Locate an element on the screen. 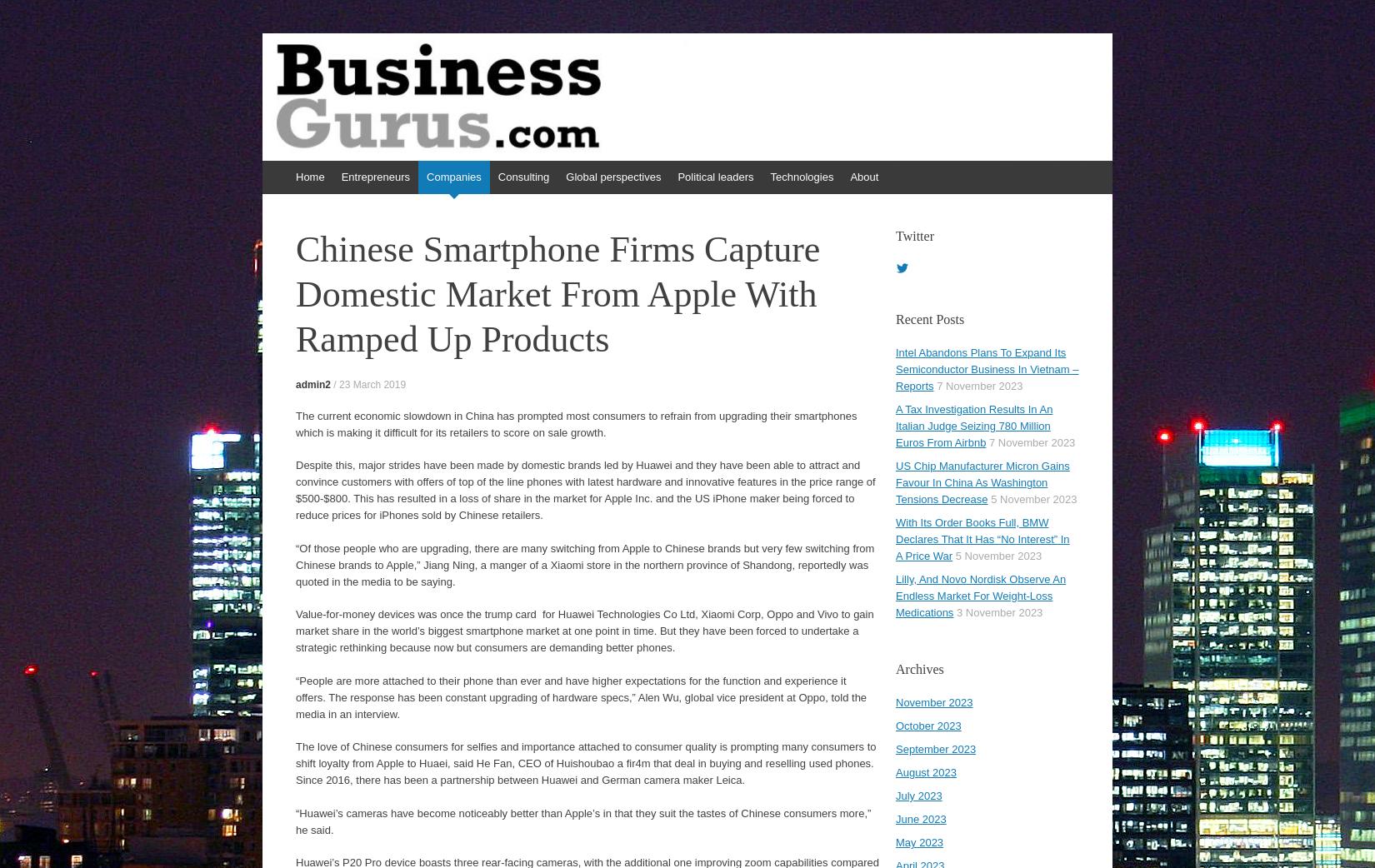 Image resolution: width=1375 pixels, height=868 pixels. 'Intel Abandons Plans To Expand Its Semiconductor Business In Vietnam – Reports' is located at coordinates (987, 369).